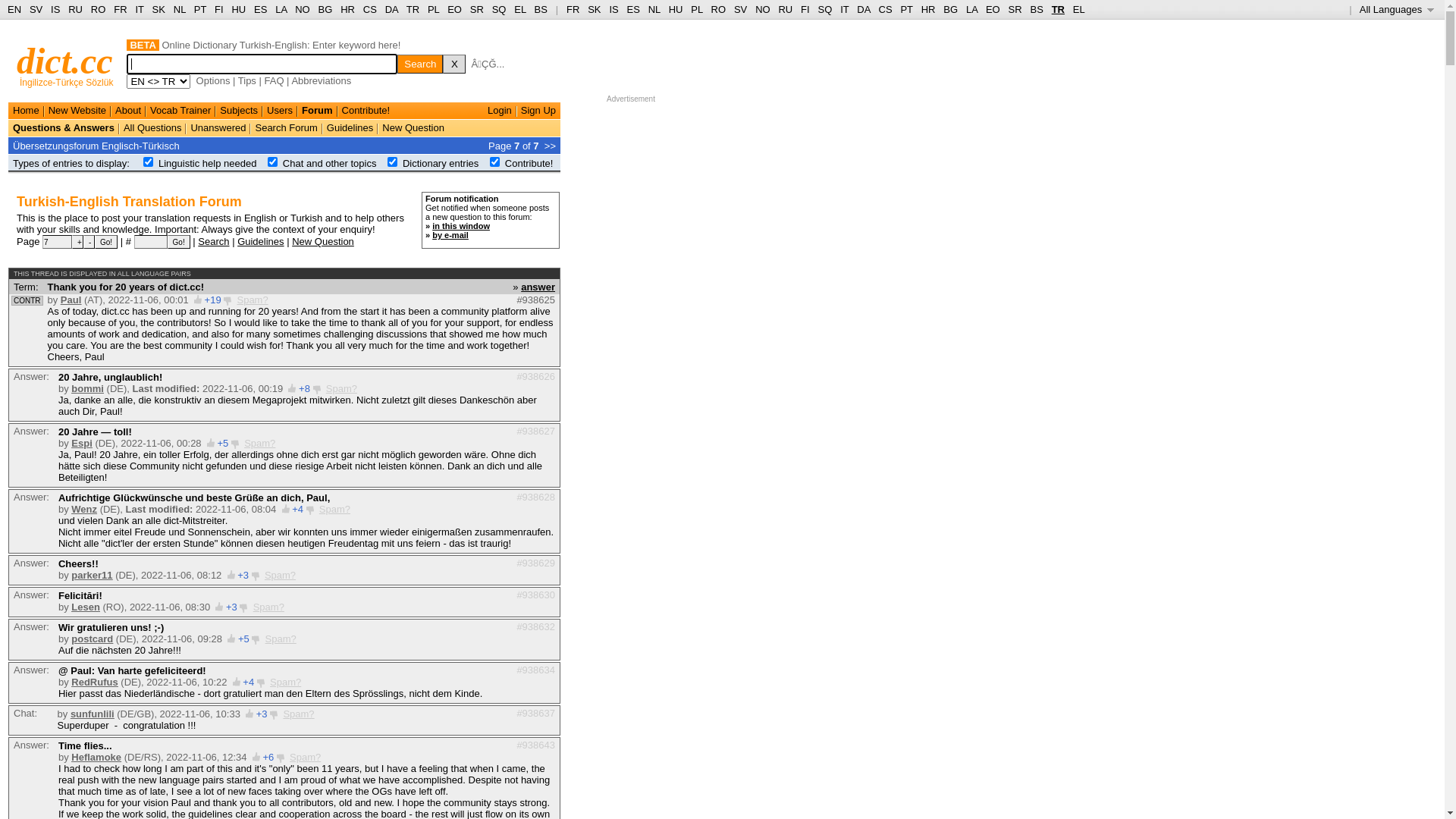  What do you see at coordinates (817, 9) in the screenshot?
I see `'SQ'` at bounding box center [817, 9].